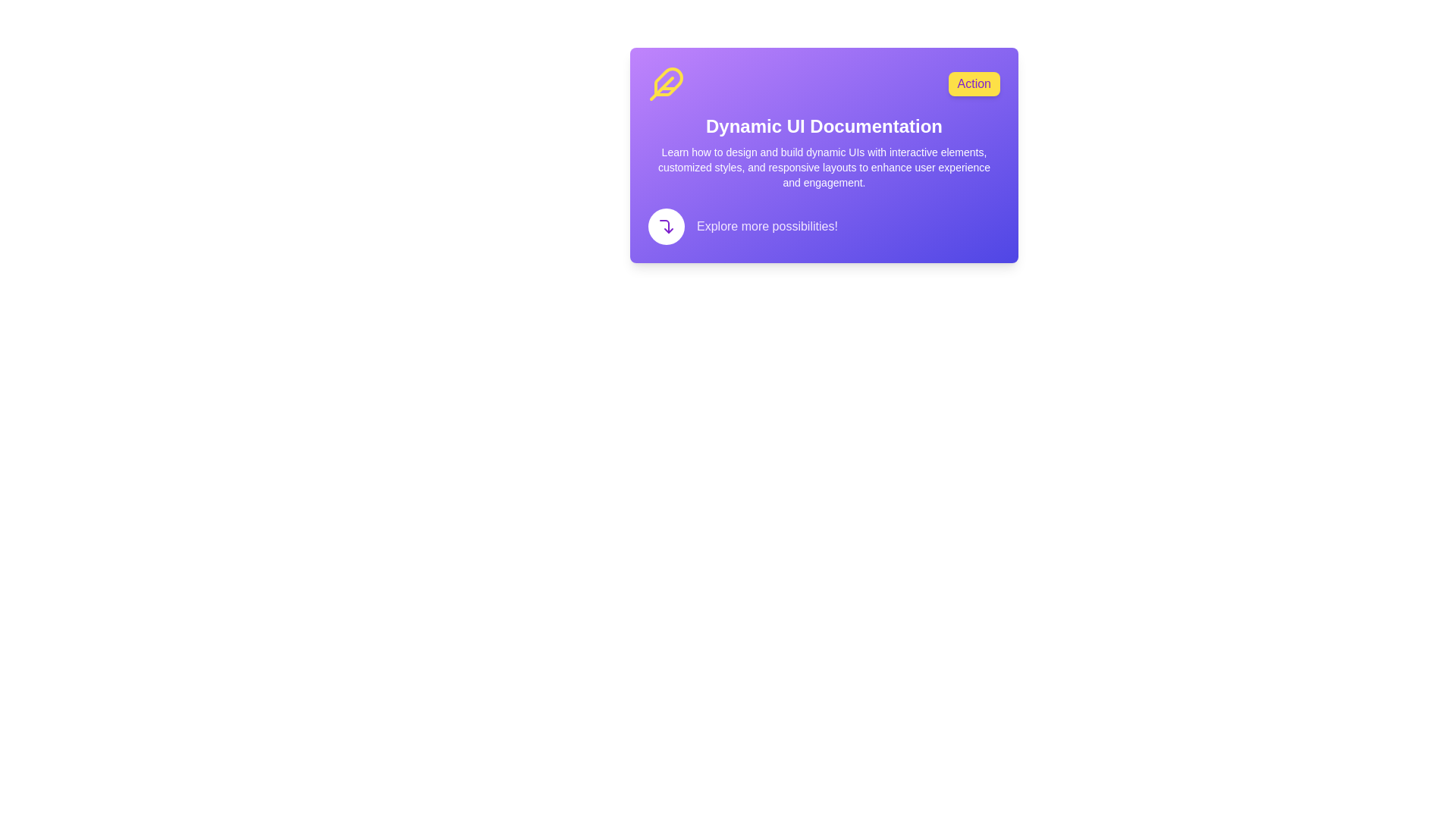 Image resolution: width=1456 pixels, height=819 pixels. I want to click on the SVG icon located in the bottom-left section of the card component, so click(666, 227).